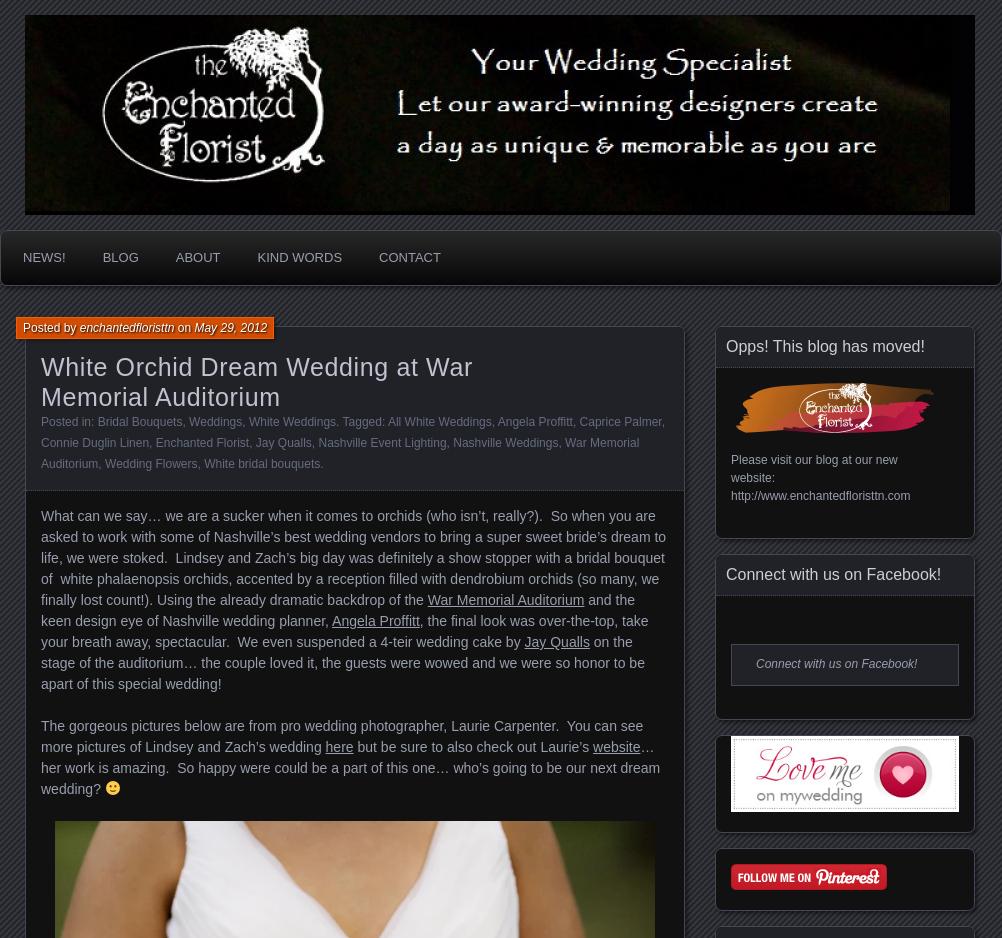  I want to click on ', the final look was over-the-top, take your breath away, spectacular.  We even suspended a 4-teir wedding cake by', so click(344, 631).